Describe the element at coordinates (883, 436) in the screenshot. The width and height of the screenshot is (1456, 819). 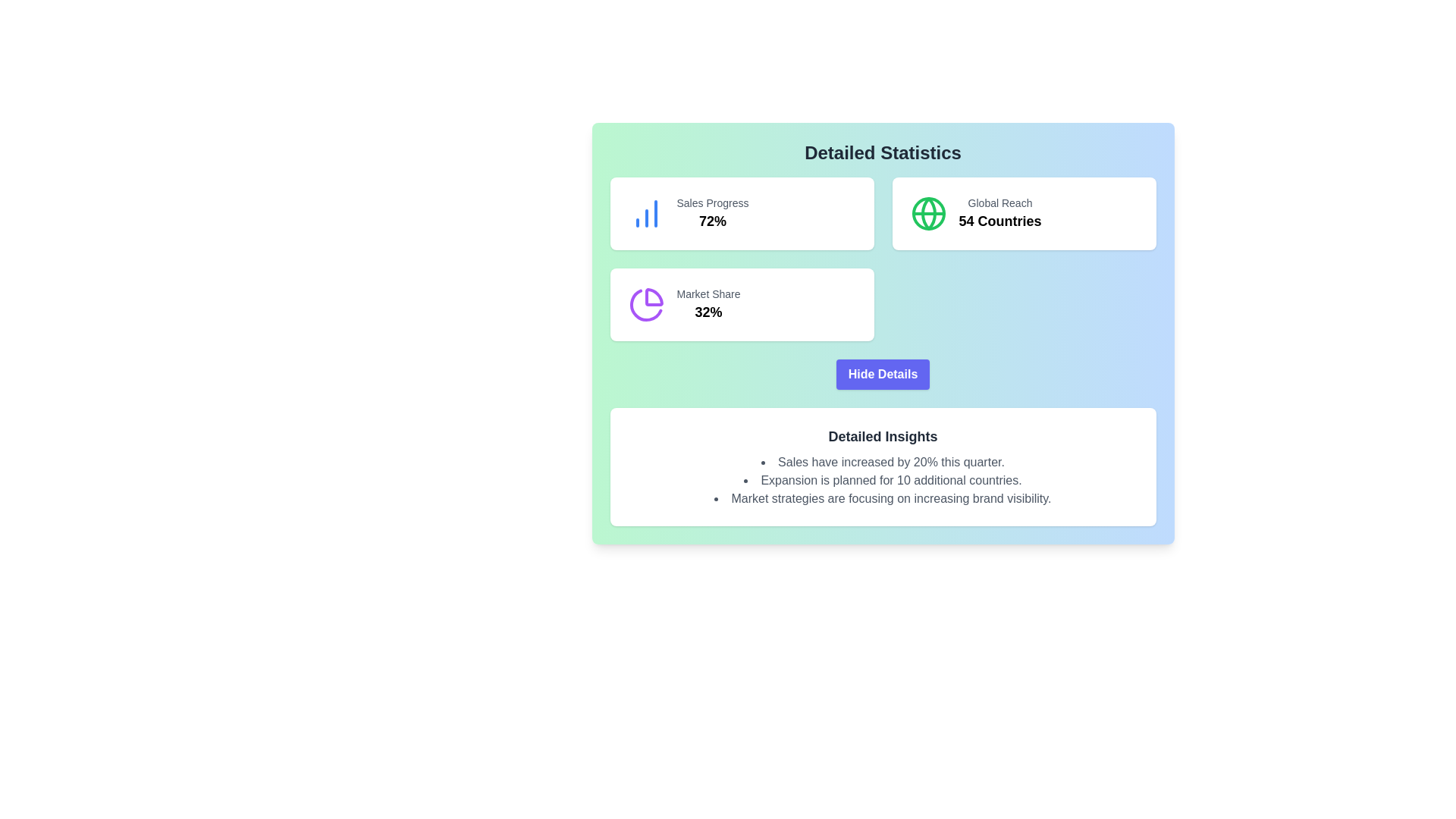
I see `the text label heading that introduces and segments the following content, located within a white card below the 'Hide Details' button` at that location.